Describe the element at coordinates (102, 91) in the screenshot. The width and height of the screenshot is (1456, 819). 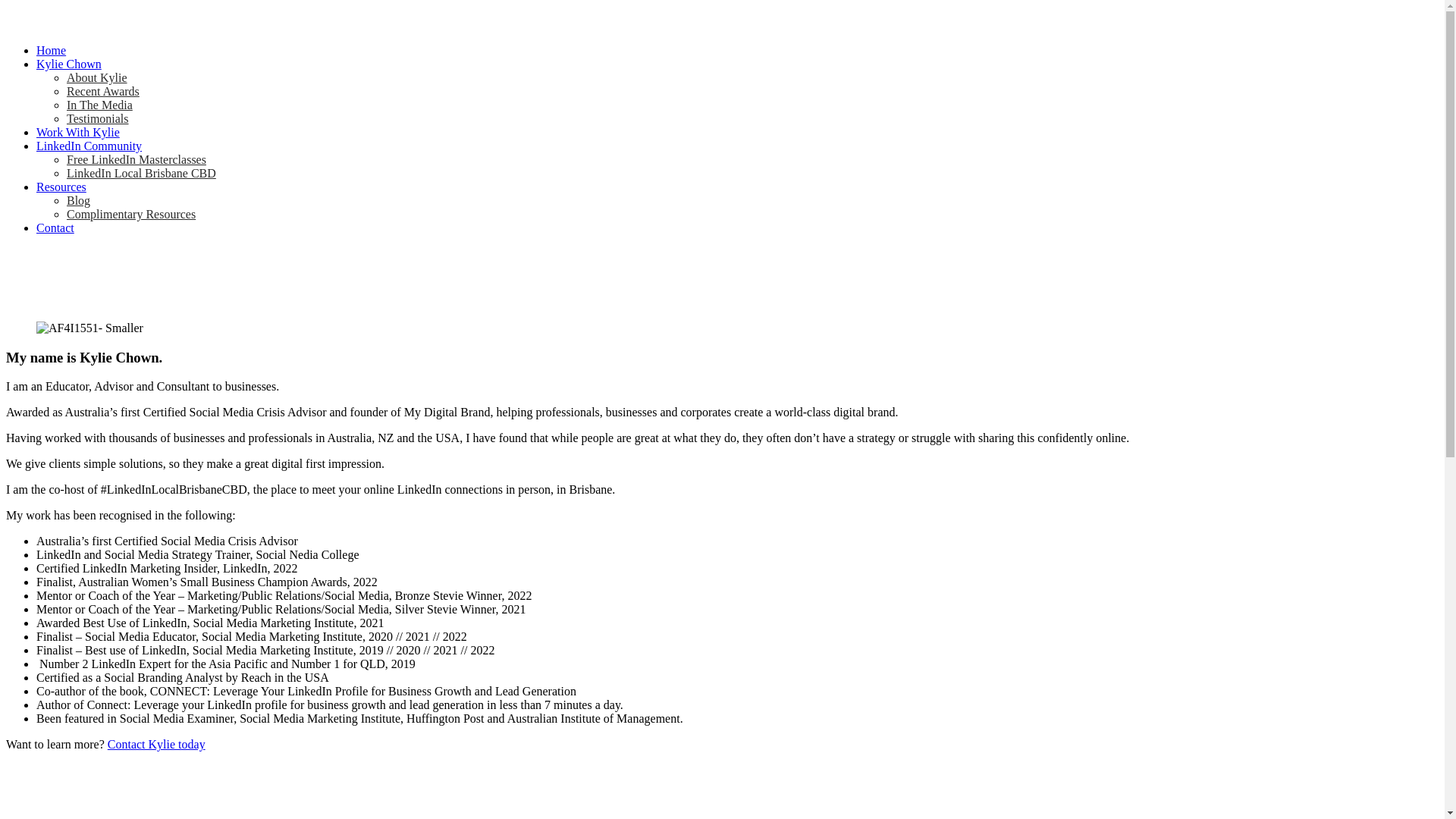
I see `'Recent Awards'` at that location.